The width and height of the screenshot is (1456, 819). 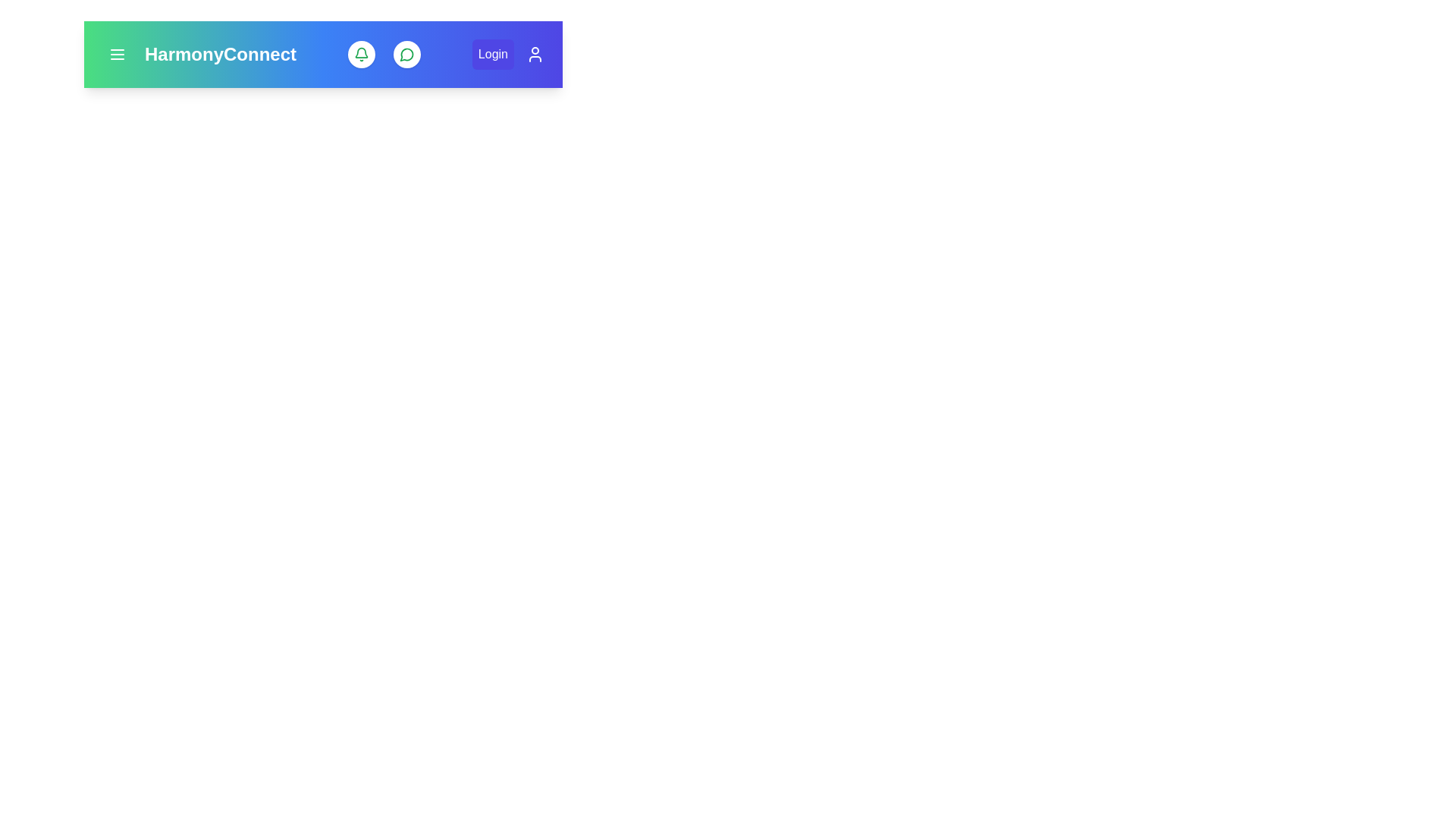 I want to click on bell icon to view notifications, so click(x=360, y=54).